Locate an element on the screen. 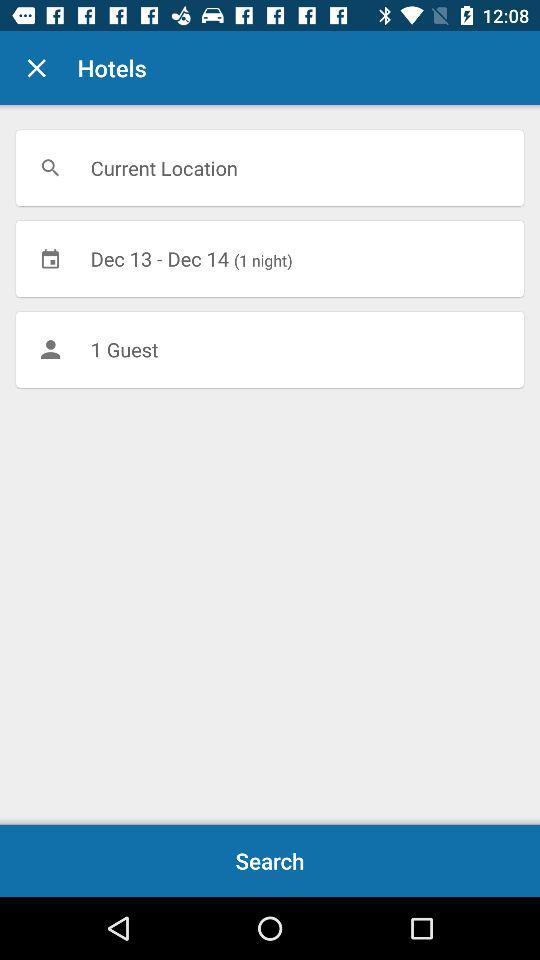  item to the left of hotels icon is located at coordinates (36, 68).